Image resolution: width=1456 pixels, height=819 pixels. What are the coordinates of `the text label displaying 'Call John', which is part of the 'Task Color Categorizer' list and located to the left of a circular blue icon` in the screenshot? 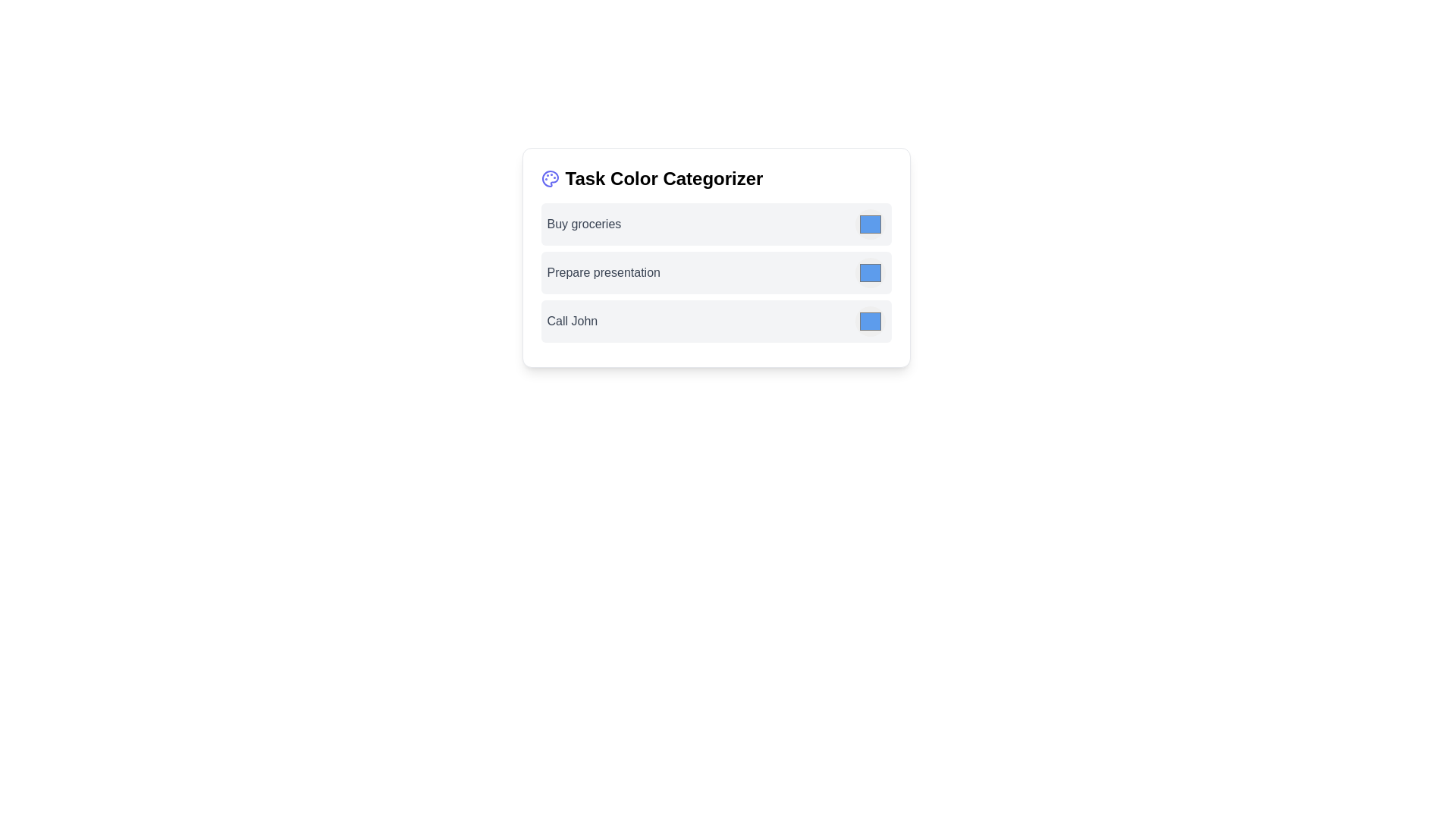 It's located at (571, 321).